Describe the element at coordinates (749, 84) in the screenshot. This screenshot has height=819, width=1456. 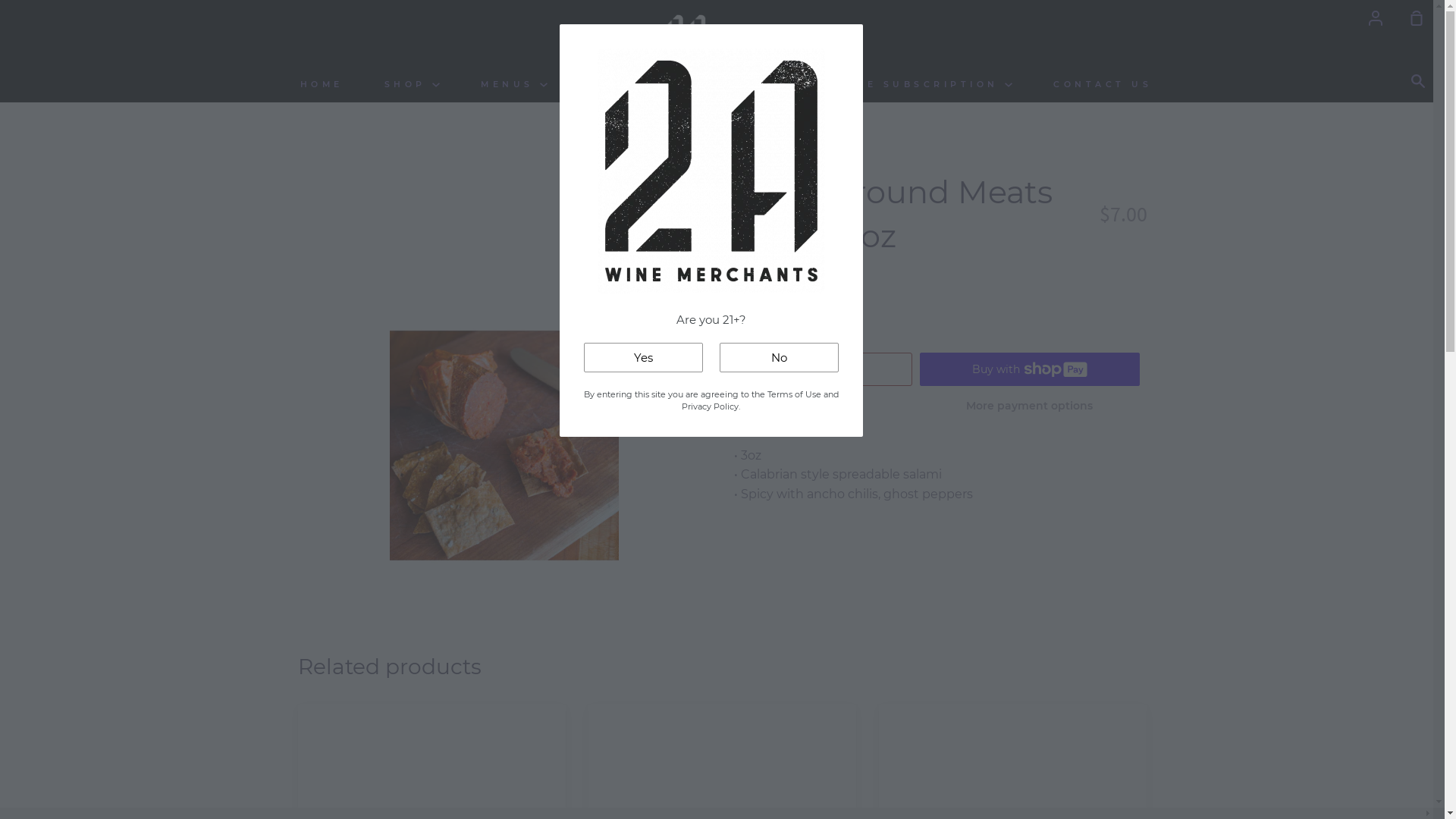
I see `'ABOUT US'` at that location.